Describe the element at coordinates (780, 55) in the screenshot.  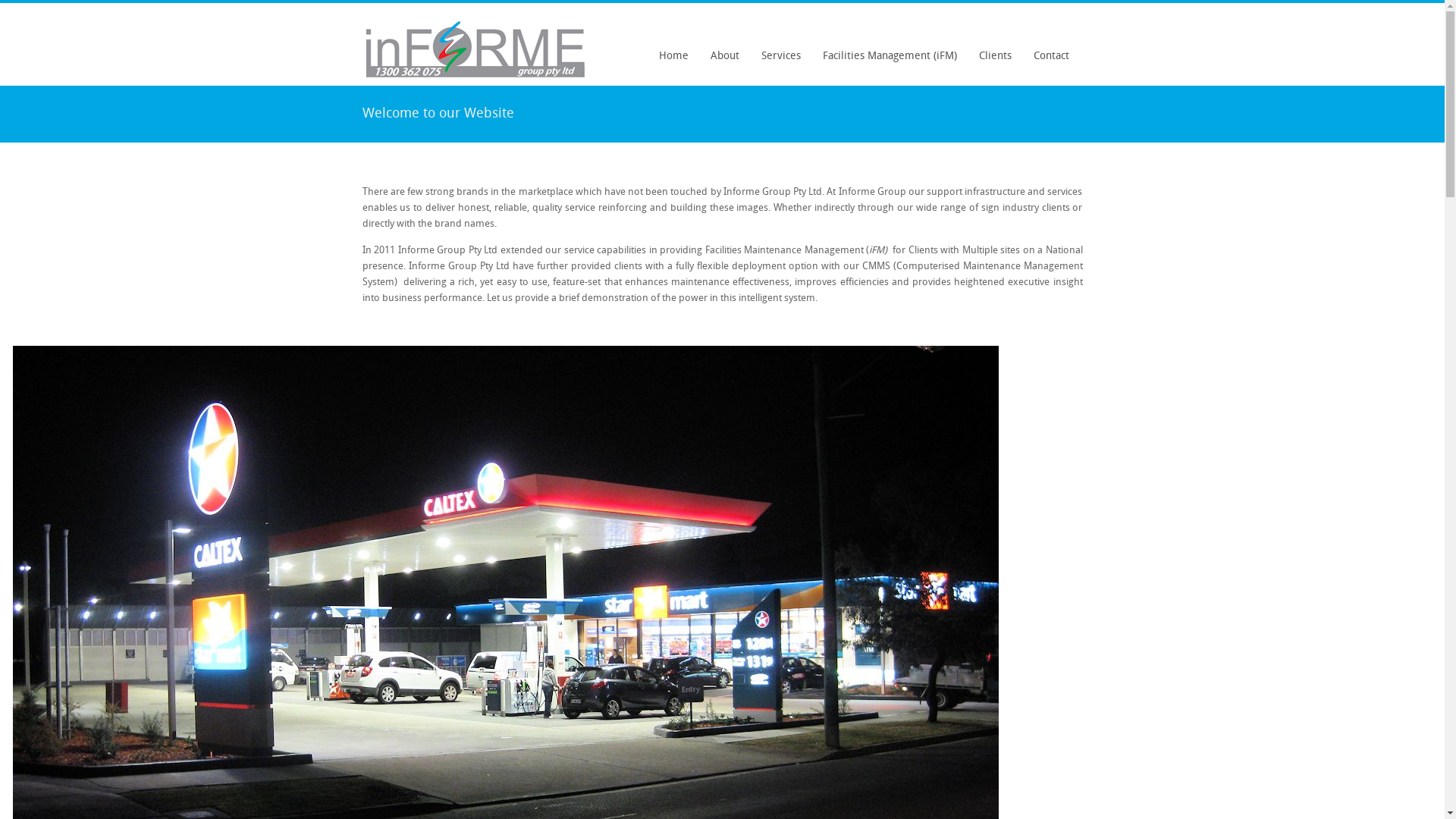
I see `'Services'` at that location.